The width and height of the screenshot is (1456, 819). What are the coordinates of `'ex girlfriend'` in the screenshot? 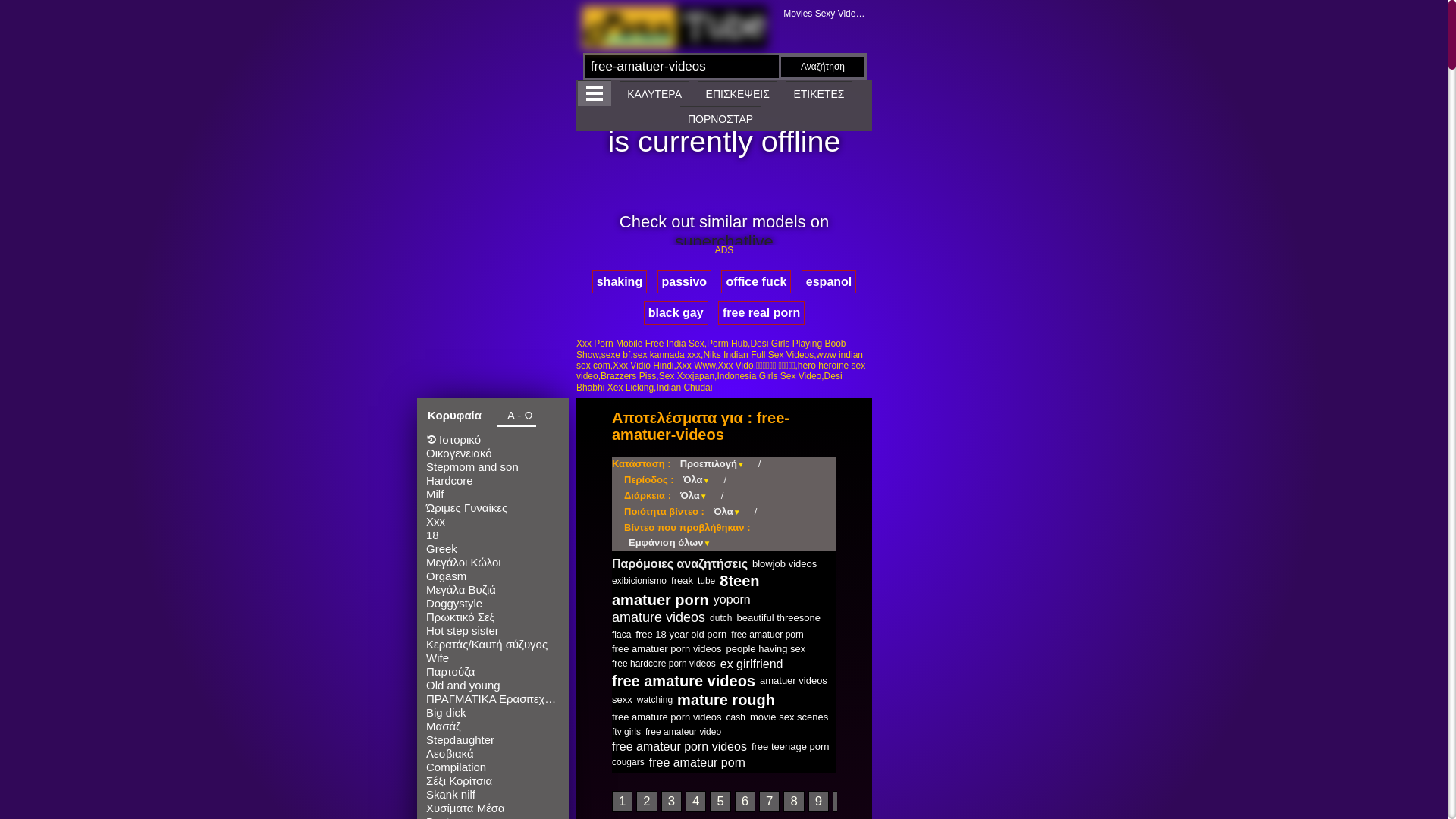 It's located at (752, 663).